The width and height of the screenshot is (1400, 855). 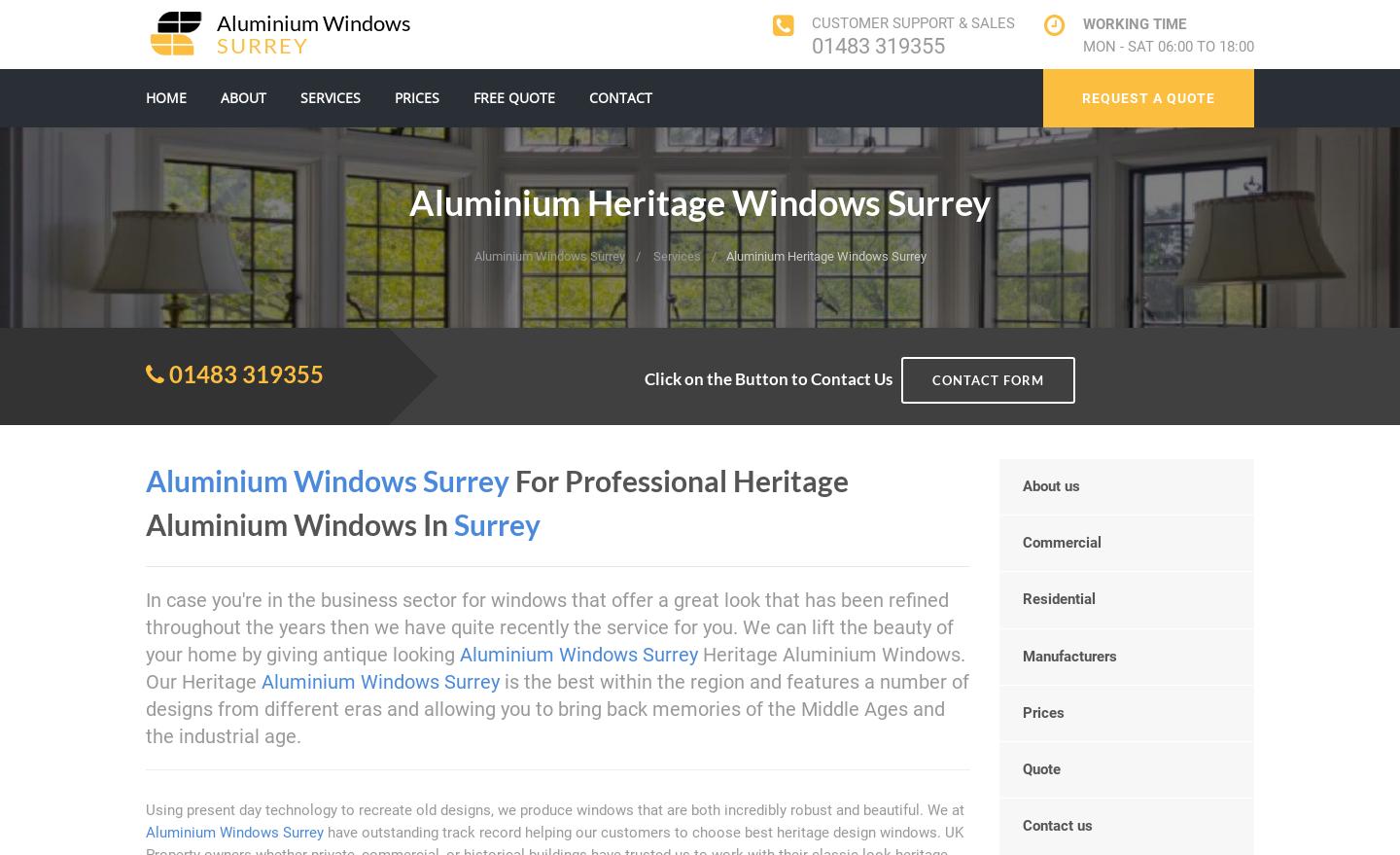 I want to click on 'Click on the Button to Contact Us', so click(x=768, y=377).